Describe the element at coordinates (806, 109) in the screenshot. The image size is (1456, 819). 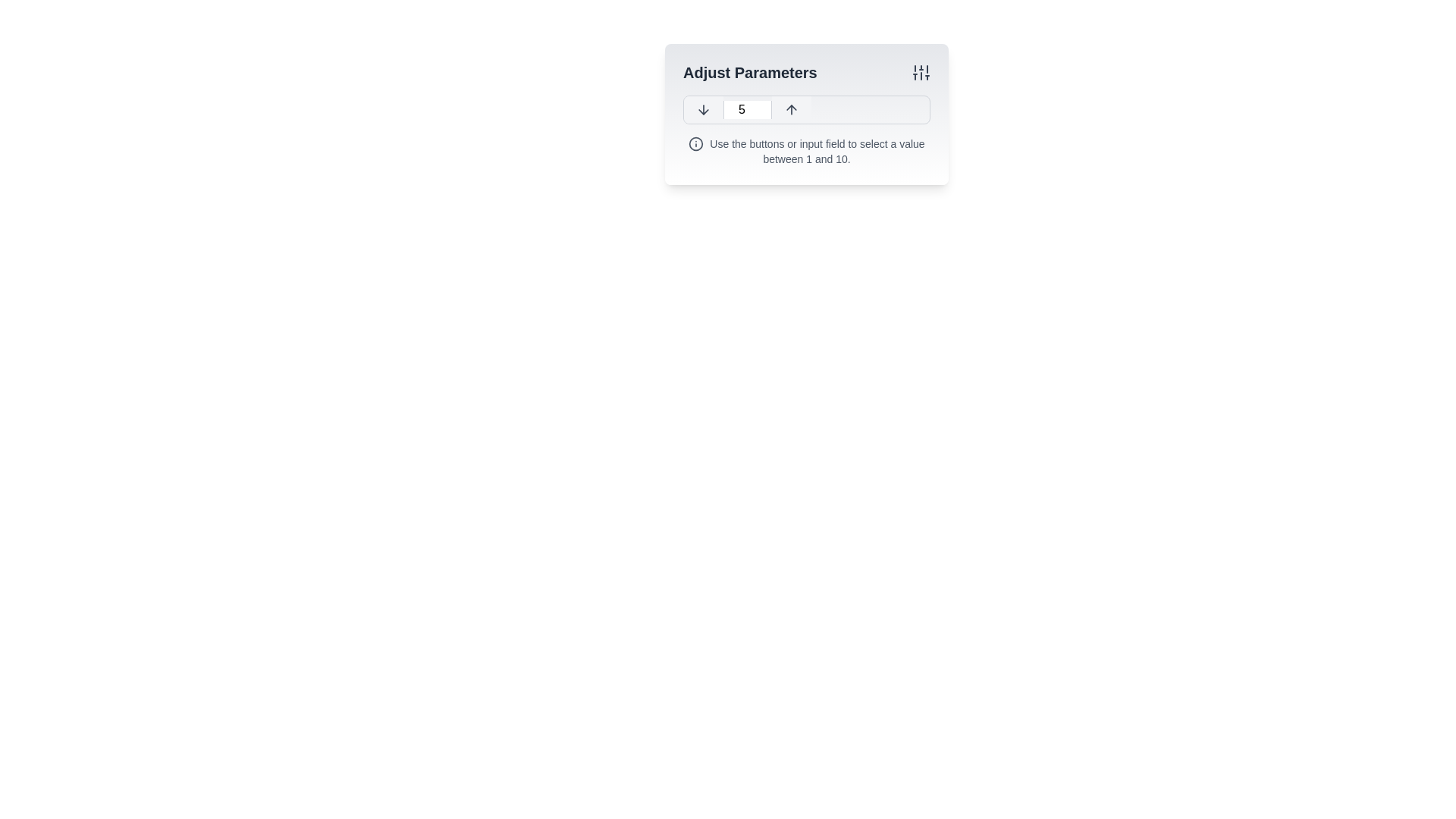
I see `the upward and downward arrow icons of the Number input control` at that location.